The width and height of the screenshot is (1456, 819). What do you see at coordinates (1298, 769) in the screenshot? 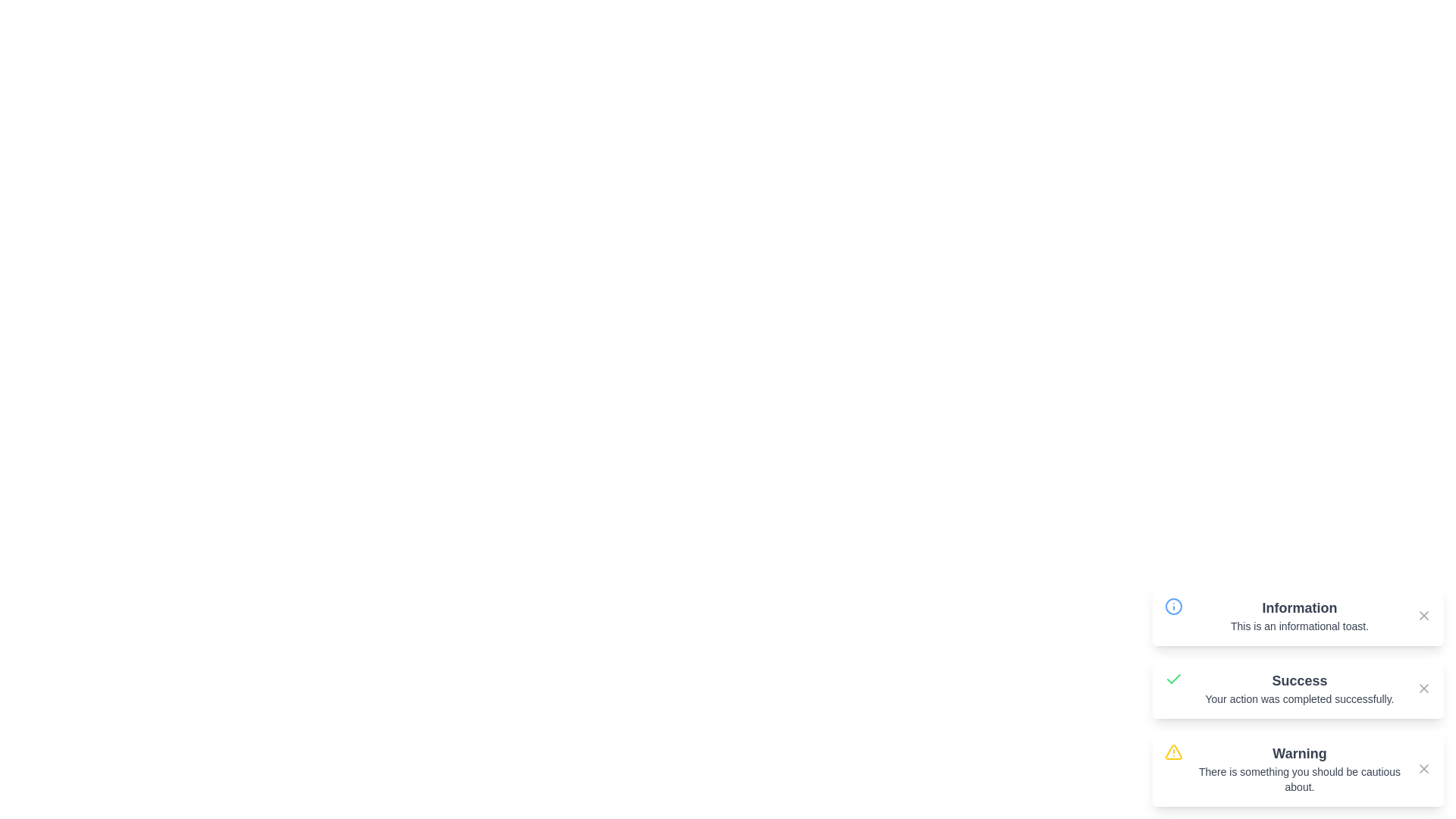
I see `the third notification toast with a warning theme that contains a yellow warning icon, a bold title 'Warning', and a descriptive message 'There is something you should be cautious about.'` at bounding box center [1298, 769].